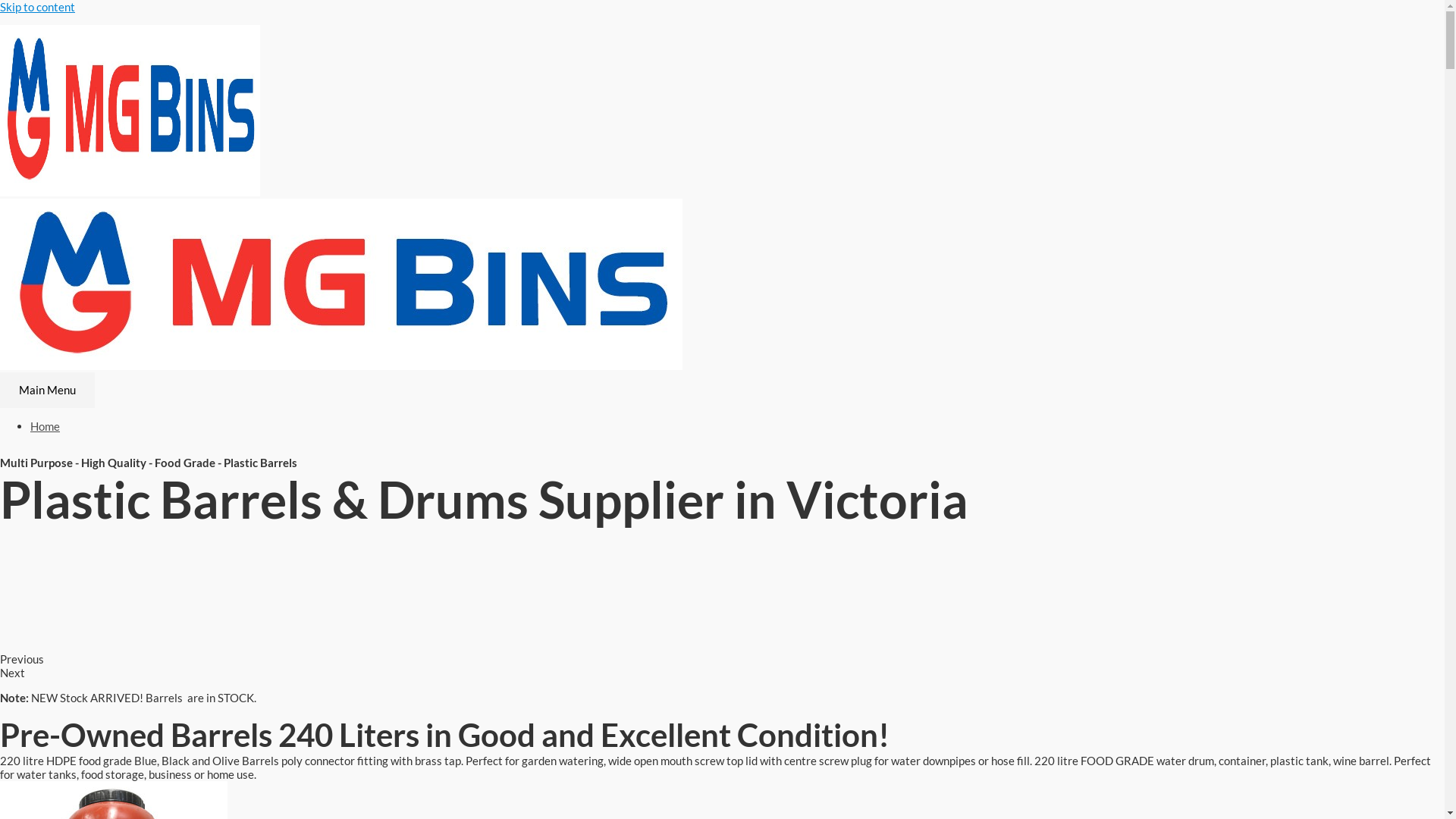 The width and height of the screenshot is (1456, 819). I want to click on 'Home', so click(45, 426).